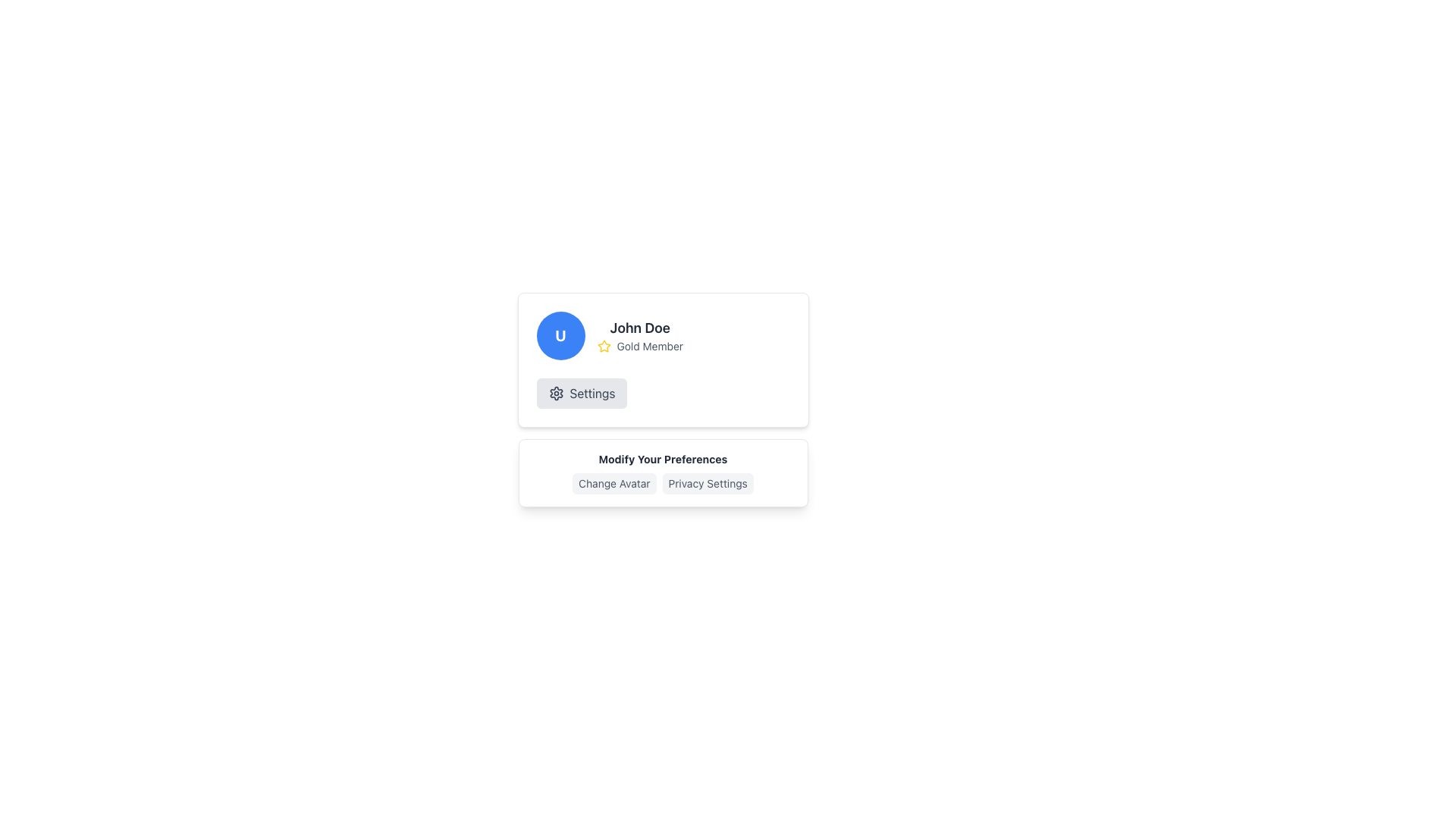 The width and height of the screenshot is (1456, 819). I want to click on the star-shaped Decorative Icon that is yellow and located next to the 'Gold Member' text under 'John Doe', so click(603, 346).